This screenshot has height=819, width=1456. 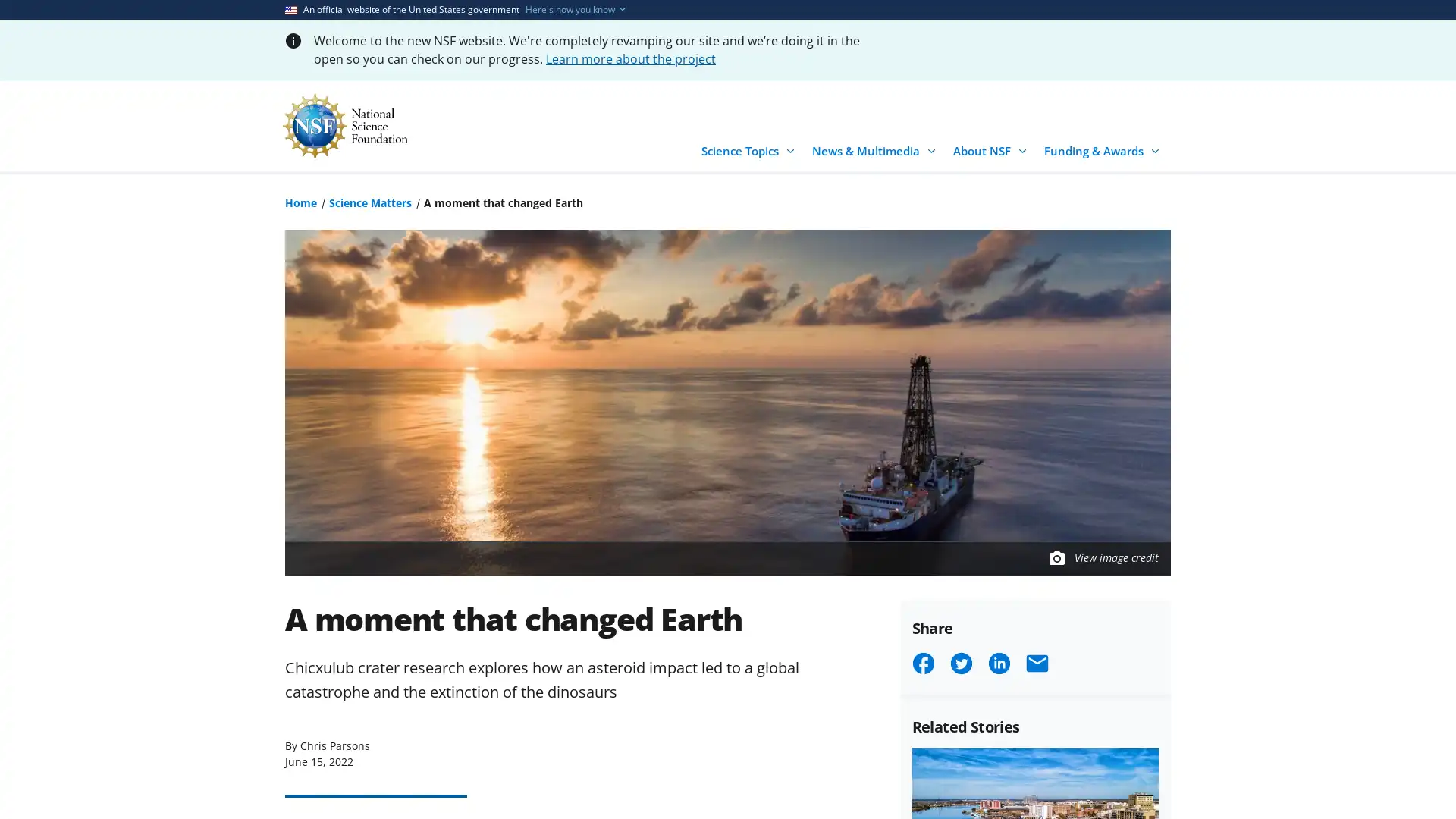 I want to click on Here's how you know, so click(x=570, y=9).